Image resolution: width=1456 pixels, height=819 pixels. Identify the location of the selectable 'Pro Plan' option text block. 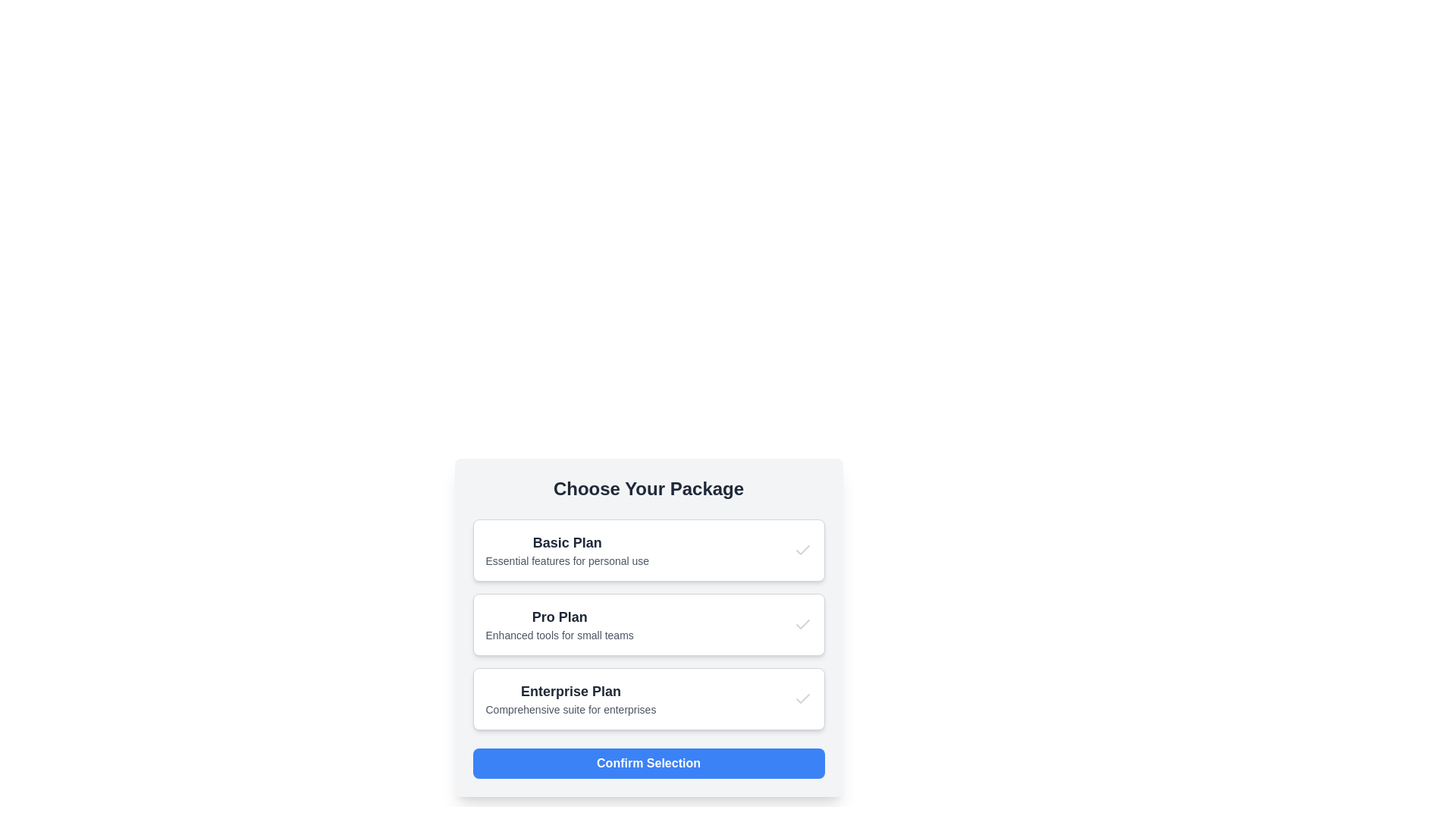
(559, 625).